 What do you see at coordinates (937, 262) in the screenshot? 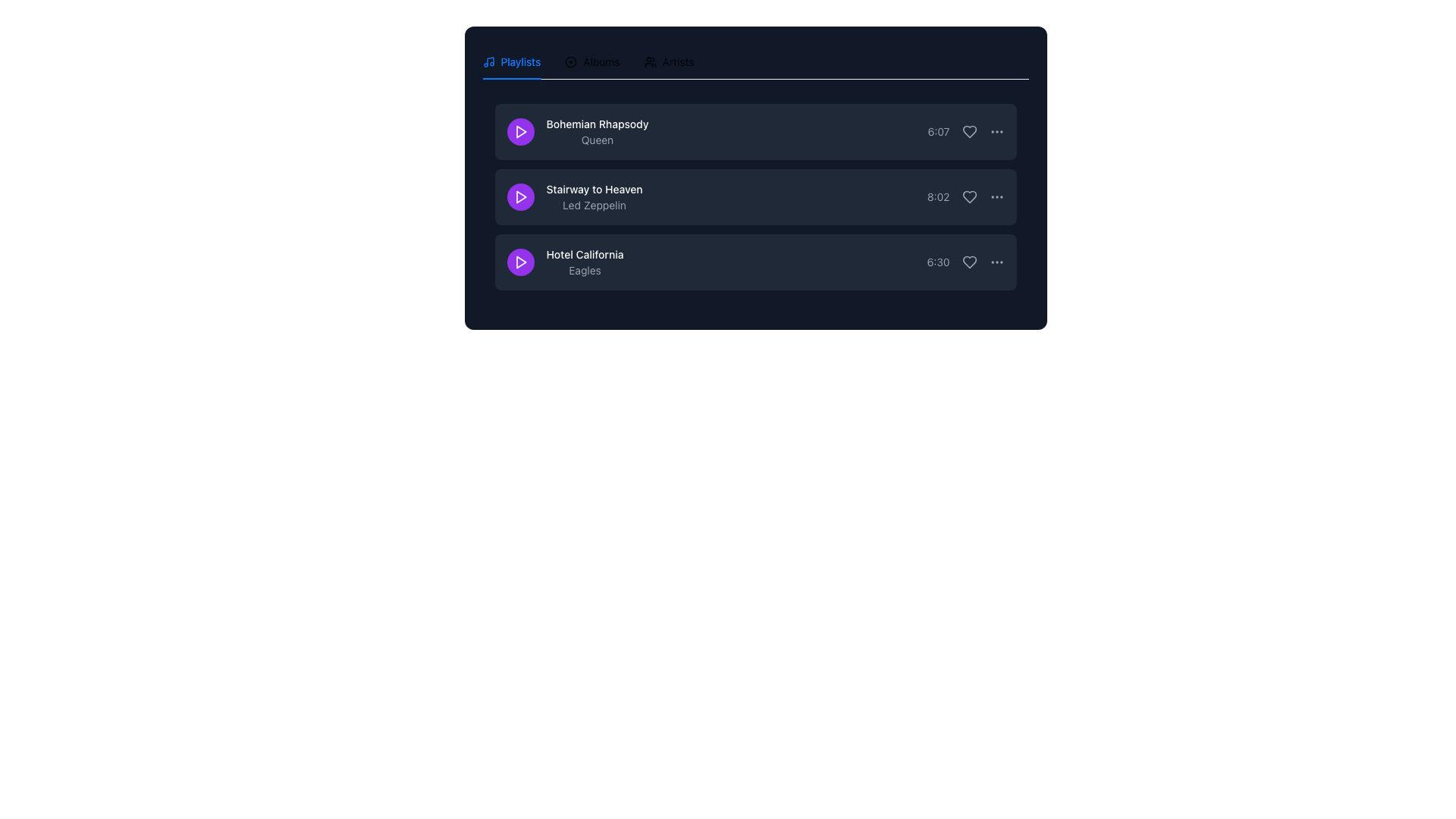
I see `the text label indicating the duration of the song 'Hotel California' by the Eagles, located in the third row of the playlist section, at the far right before the heart icon and ellipsis menu` at bounding box center [937, 262].